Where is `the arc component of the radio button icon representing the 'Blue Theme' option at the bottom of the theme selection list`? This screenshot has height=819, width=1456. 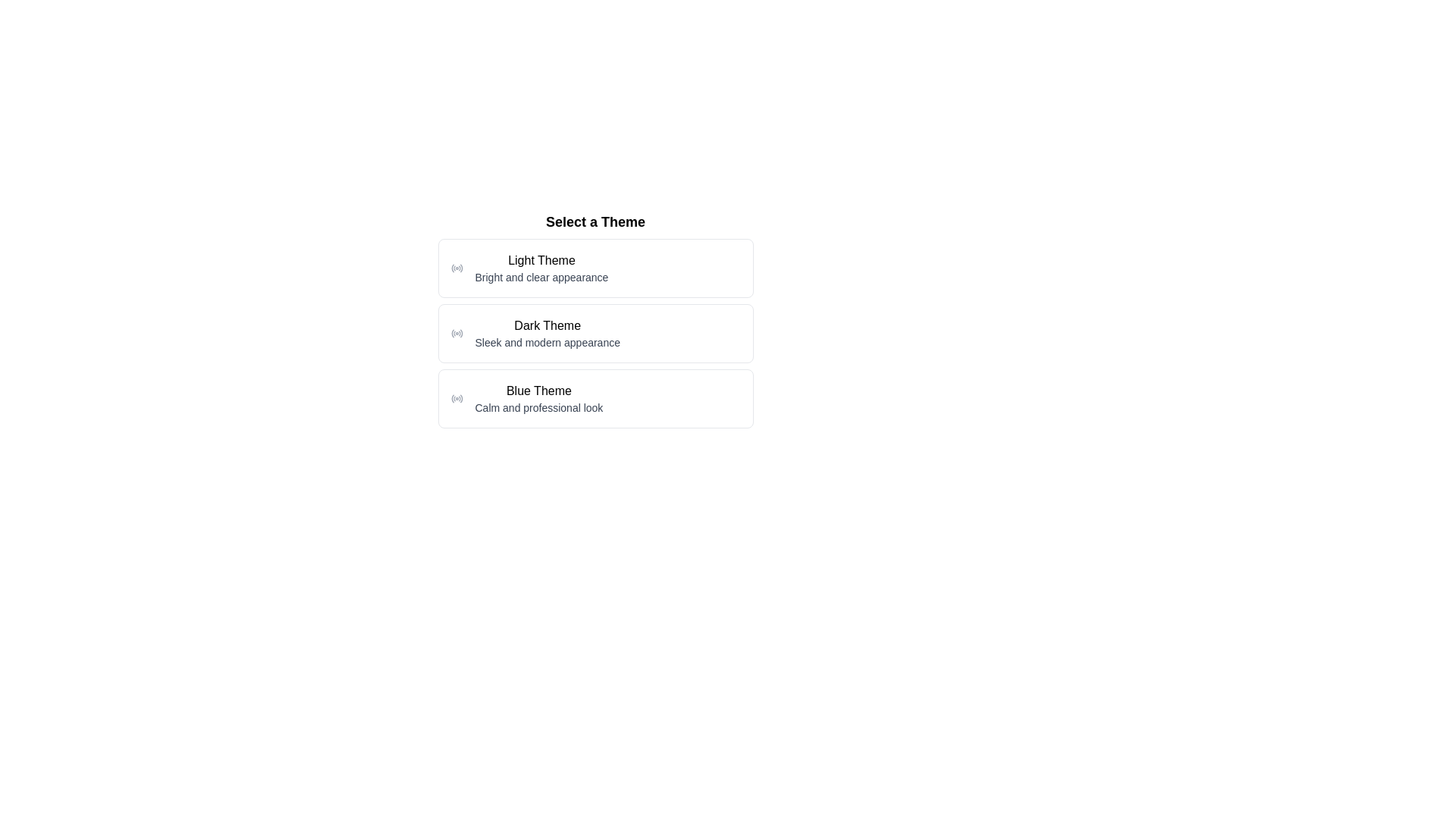
the arc component of the radio button icon representing the 'Blue Theme' option at the bottom of the theme selection list is located at coordinates (451, 397).